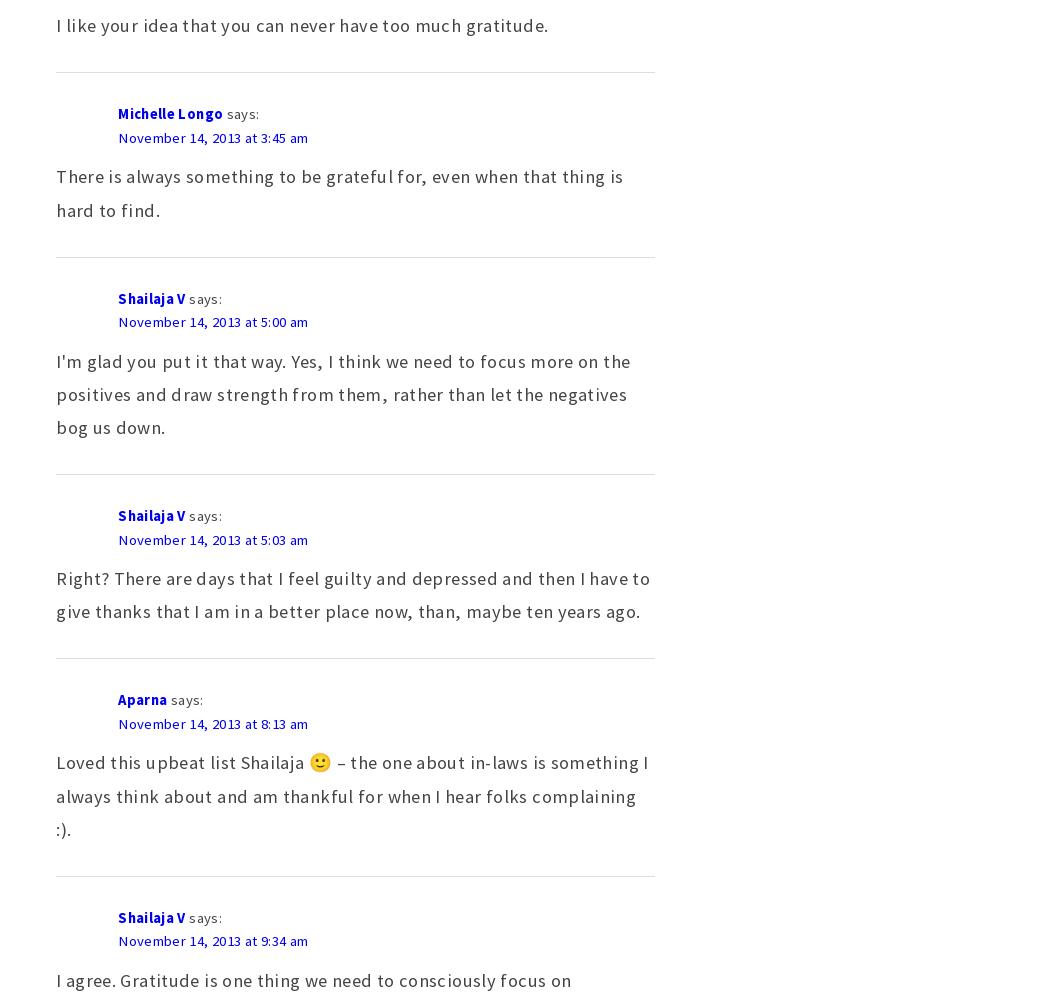 The width and height of the screenshot is (1050, 999). Describe the element at coordinates (352, 595) in the screenshot. I see `'Right?  There are days that I feel guilty and depressed and then I have to give thanks that I am in a better place now, than, maybe ten years ago.'` at that location.